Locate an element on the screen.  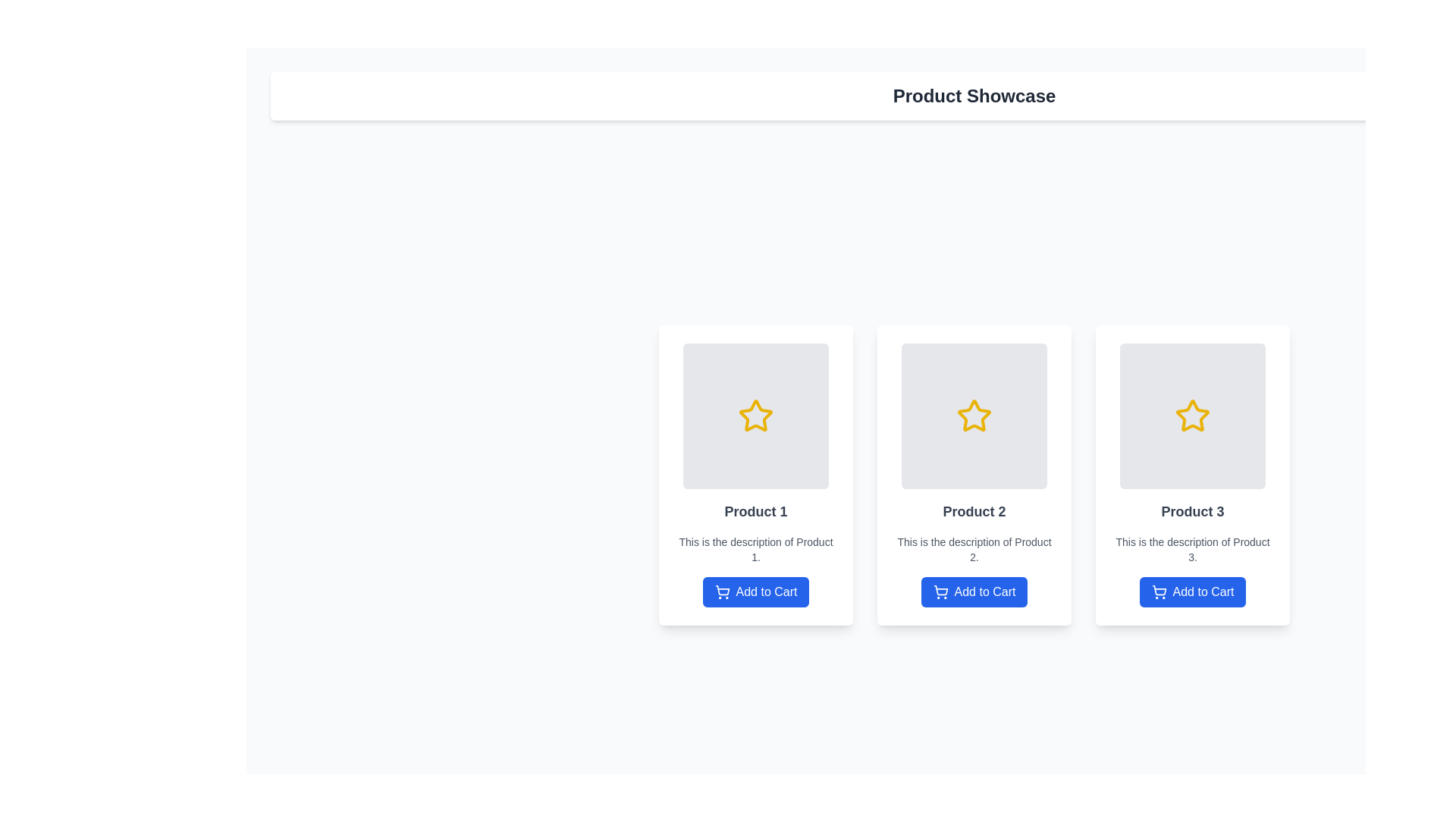
the shopping cart icon, which is part of the 'Add to Cart' button in the second product card of a horizontally aligned group of three products is located at coordinates (940, 589).